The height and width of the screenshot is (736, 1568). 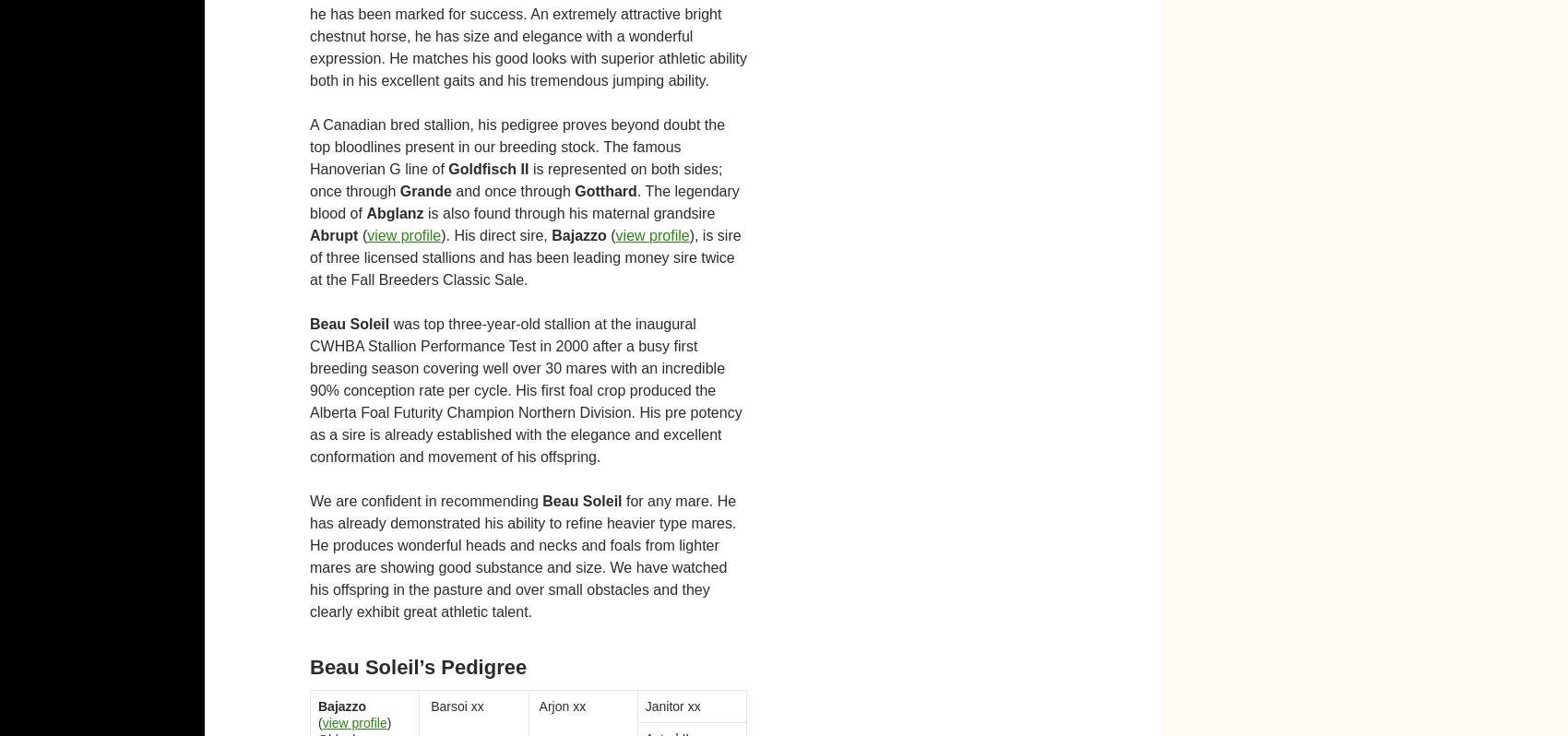 What do you see at coordinates (455, 706) in the screenshot?
I see `'Barsoi xx'` at bounding box center [455, 706].